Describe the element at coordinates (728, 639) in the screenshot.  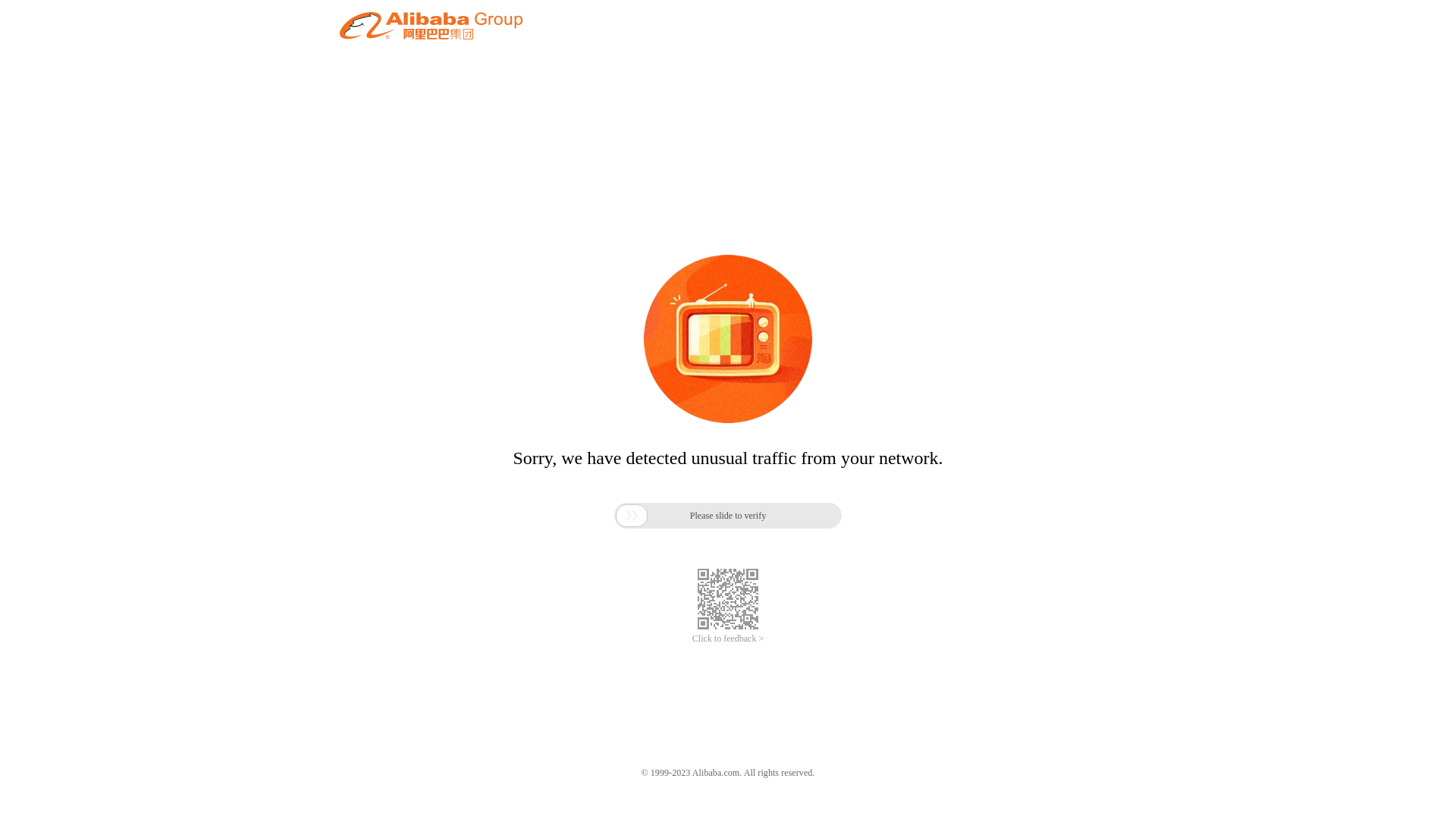
I see `'Click to feedback >'` at that location.